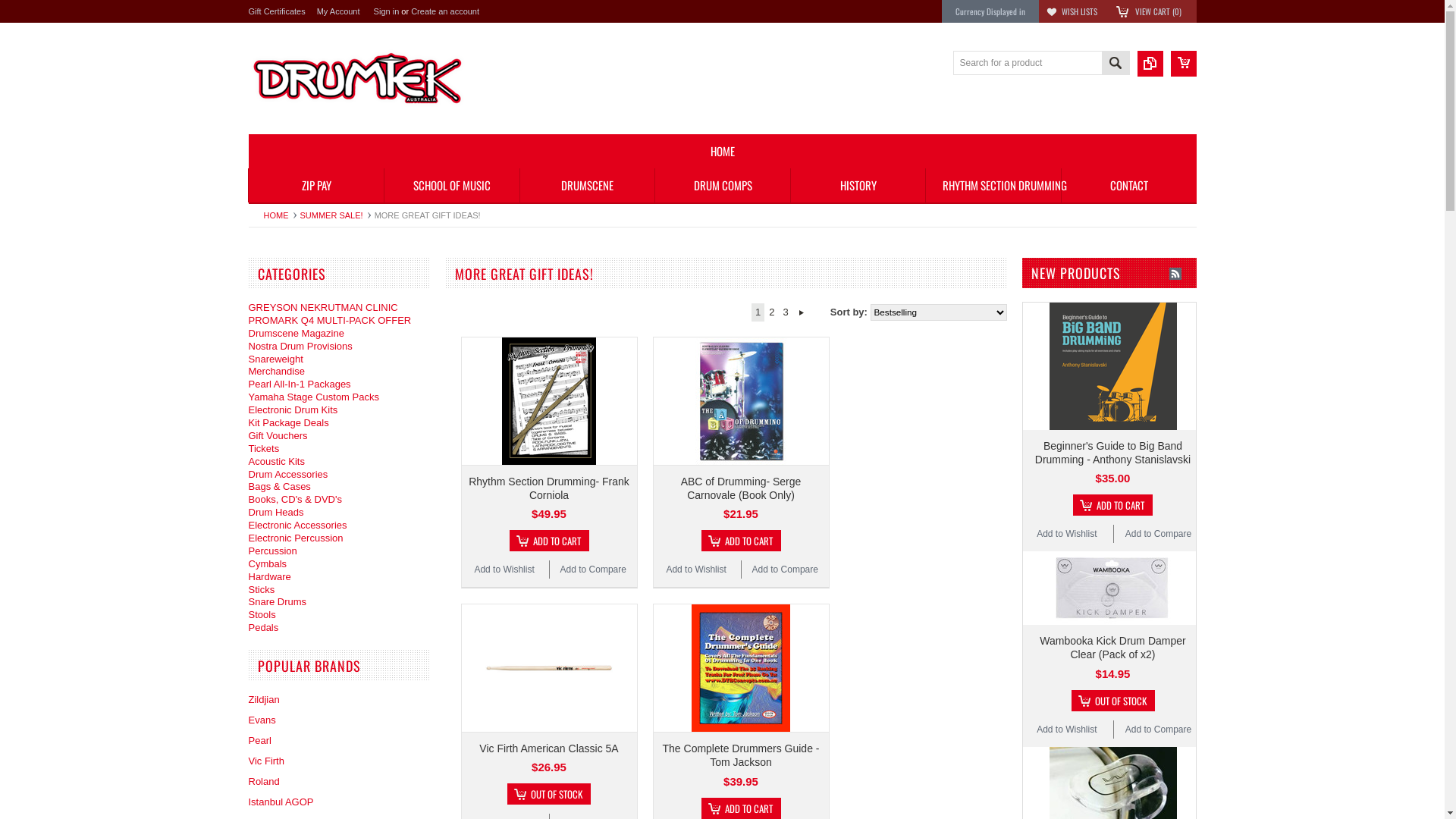  Describe the element at coordinates (259, 739) in the screenshot. I see `'Pearl'` at that location.